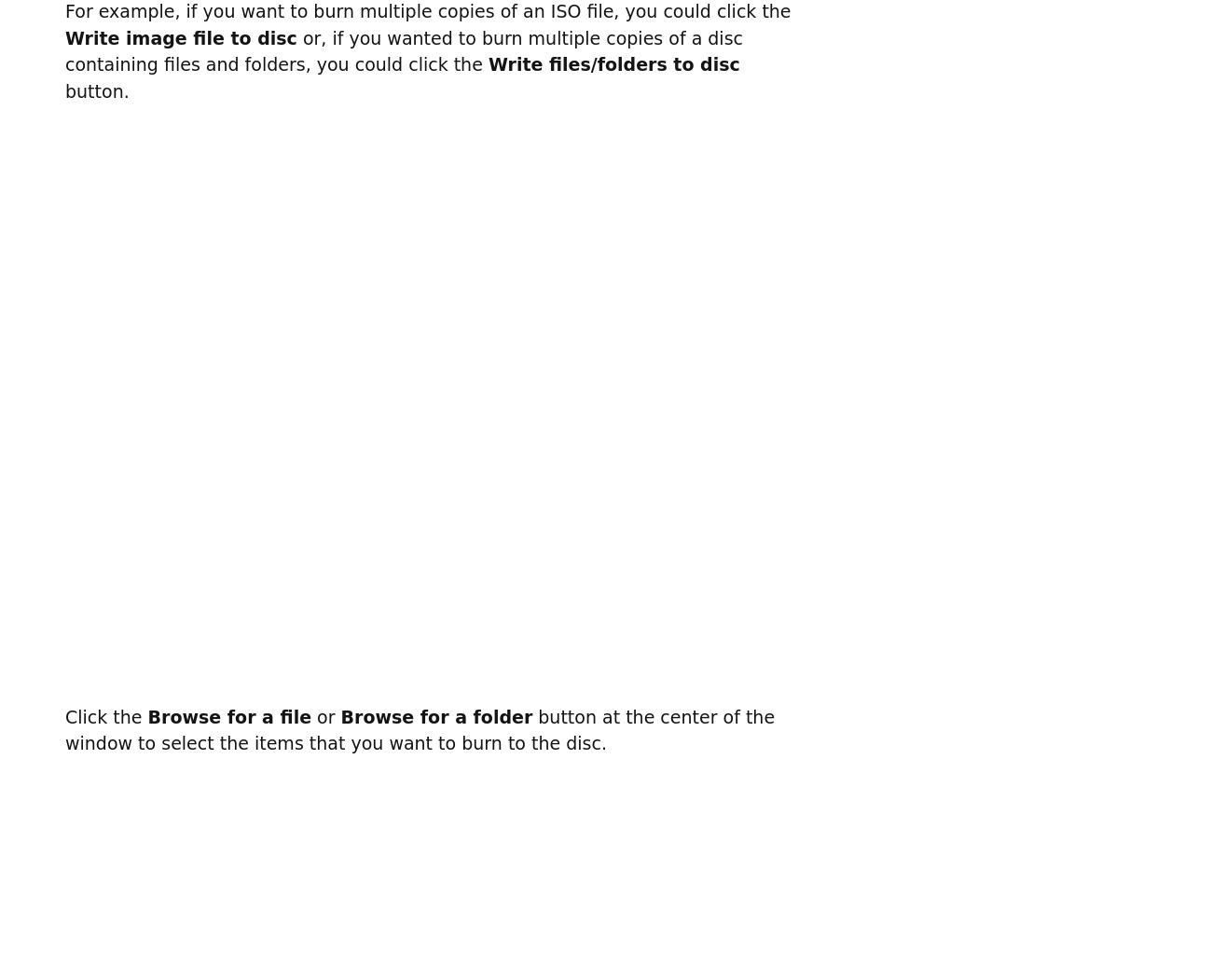 The height and width of the screenshot is (980, 1212). What do you see at coordinates (419, 728) in the screenshot?
I see `'button at the center of the window to select the items that you want to burn to the disc.'` at bounding box center [419, 728].